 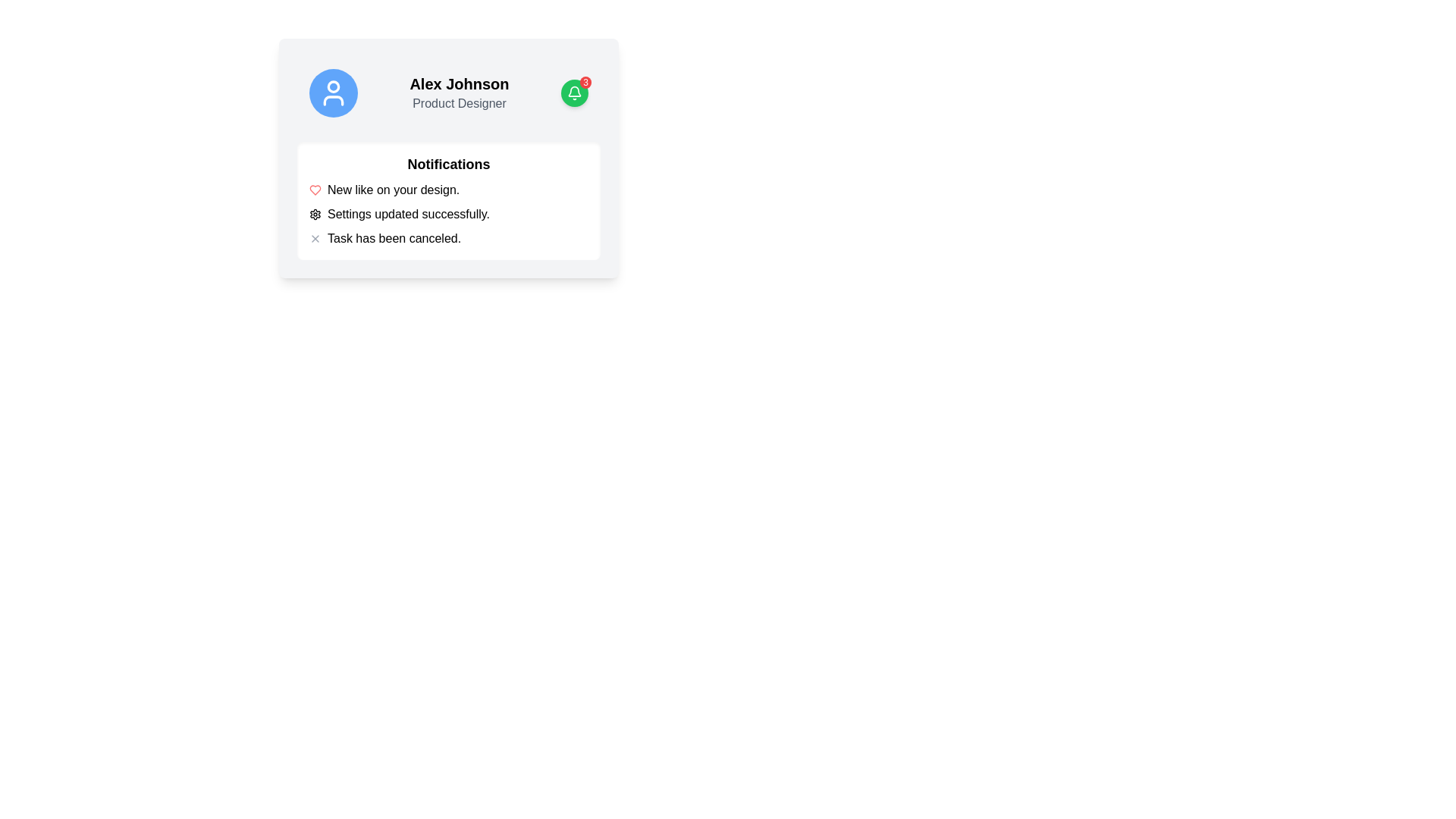 What do you see at coordinates (333, 93) in the screenshot?
I see `the user figure icon outlined in white on a blue circular background` at bounding box center [333, 93].